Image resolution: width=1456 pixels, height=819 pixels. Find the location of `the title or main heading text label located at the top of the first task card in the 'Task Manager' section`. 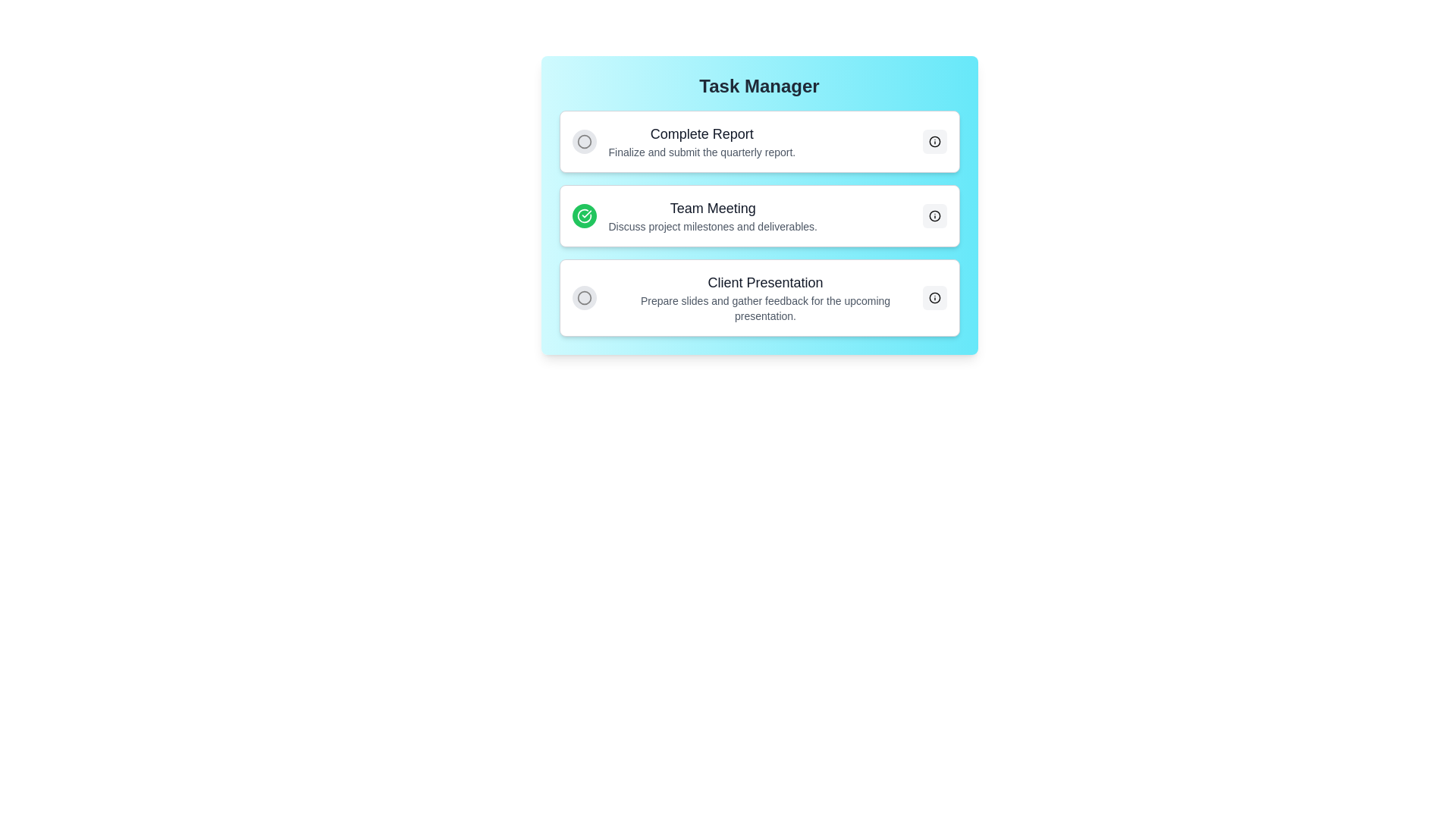

the title or main heading text label located at the top of the first task card in the 'Task Manager' section is located at coordinates (701, 133).